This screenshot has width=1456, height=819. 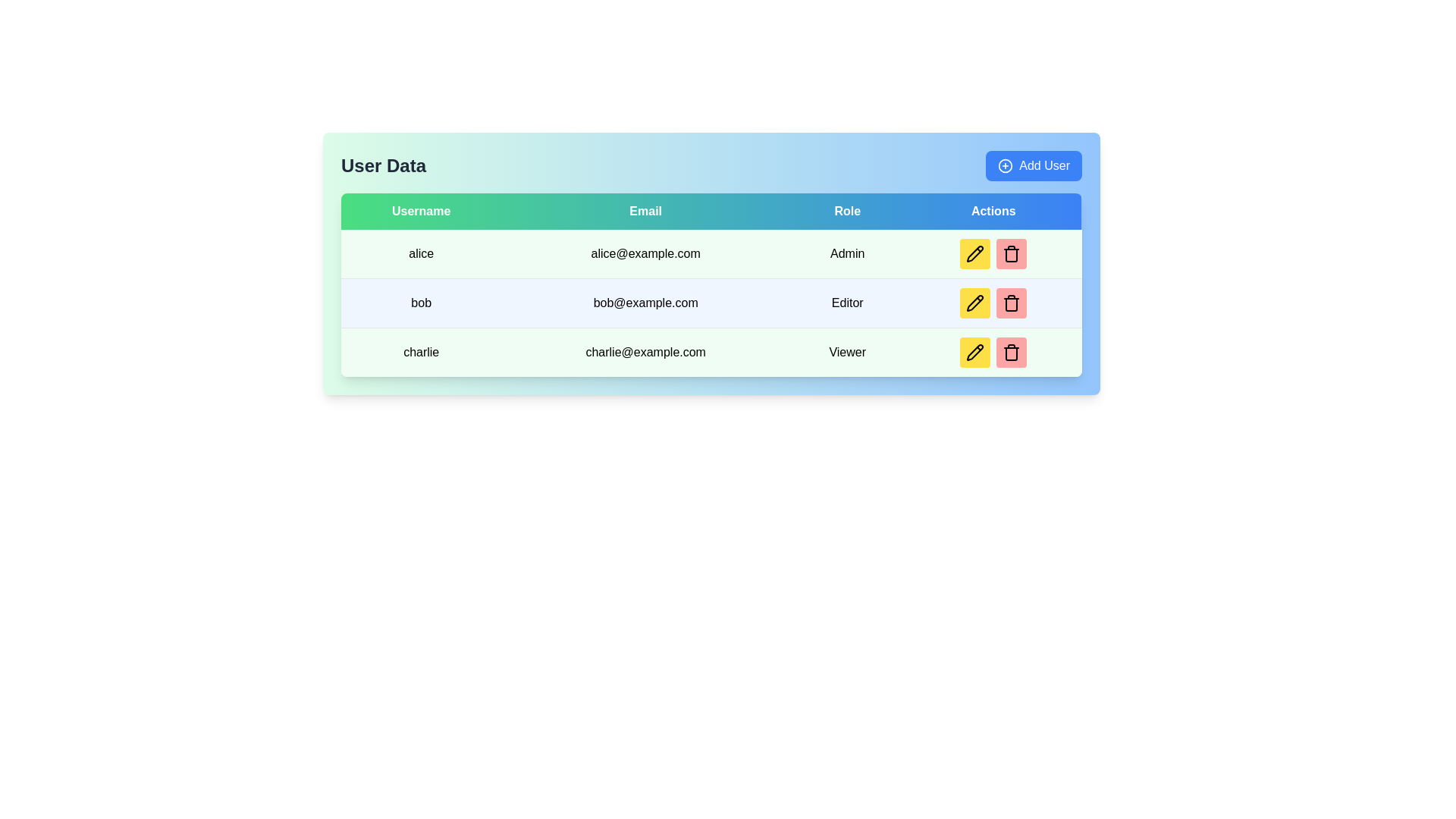 I want to click on the pencil icon in the interactive button group, so click(x=993, y=303).